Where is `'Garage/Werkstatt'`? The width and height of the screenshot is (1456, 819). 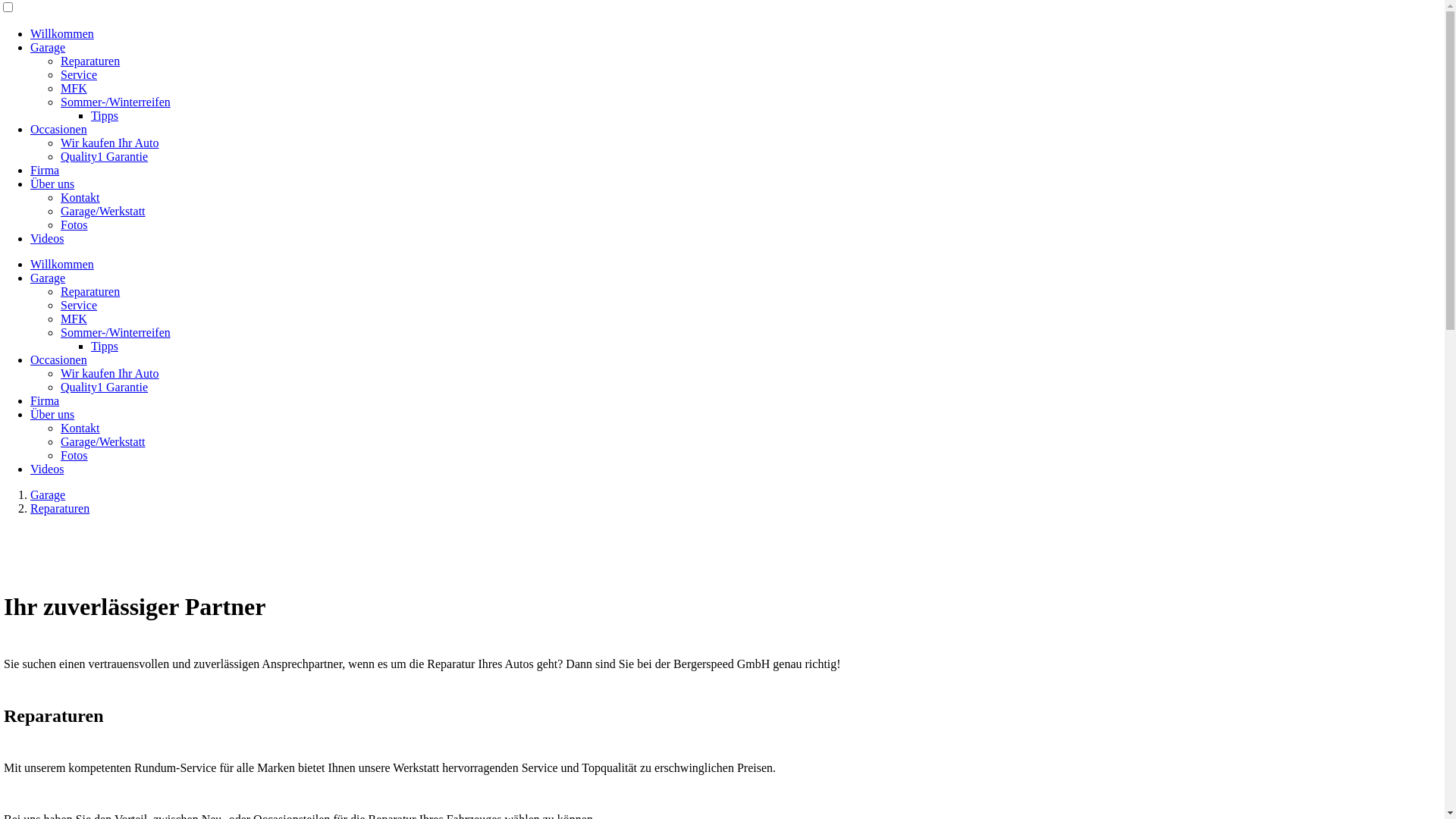 'Garage/Werkstatt' is located at coordinates (102, 441).